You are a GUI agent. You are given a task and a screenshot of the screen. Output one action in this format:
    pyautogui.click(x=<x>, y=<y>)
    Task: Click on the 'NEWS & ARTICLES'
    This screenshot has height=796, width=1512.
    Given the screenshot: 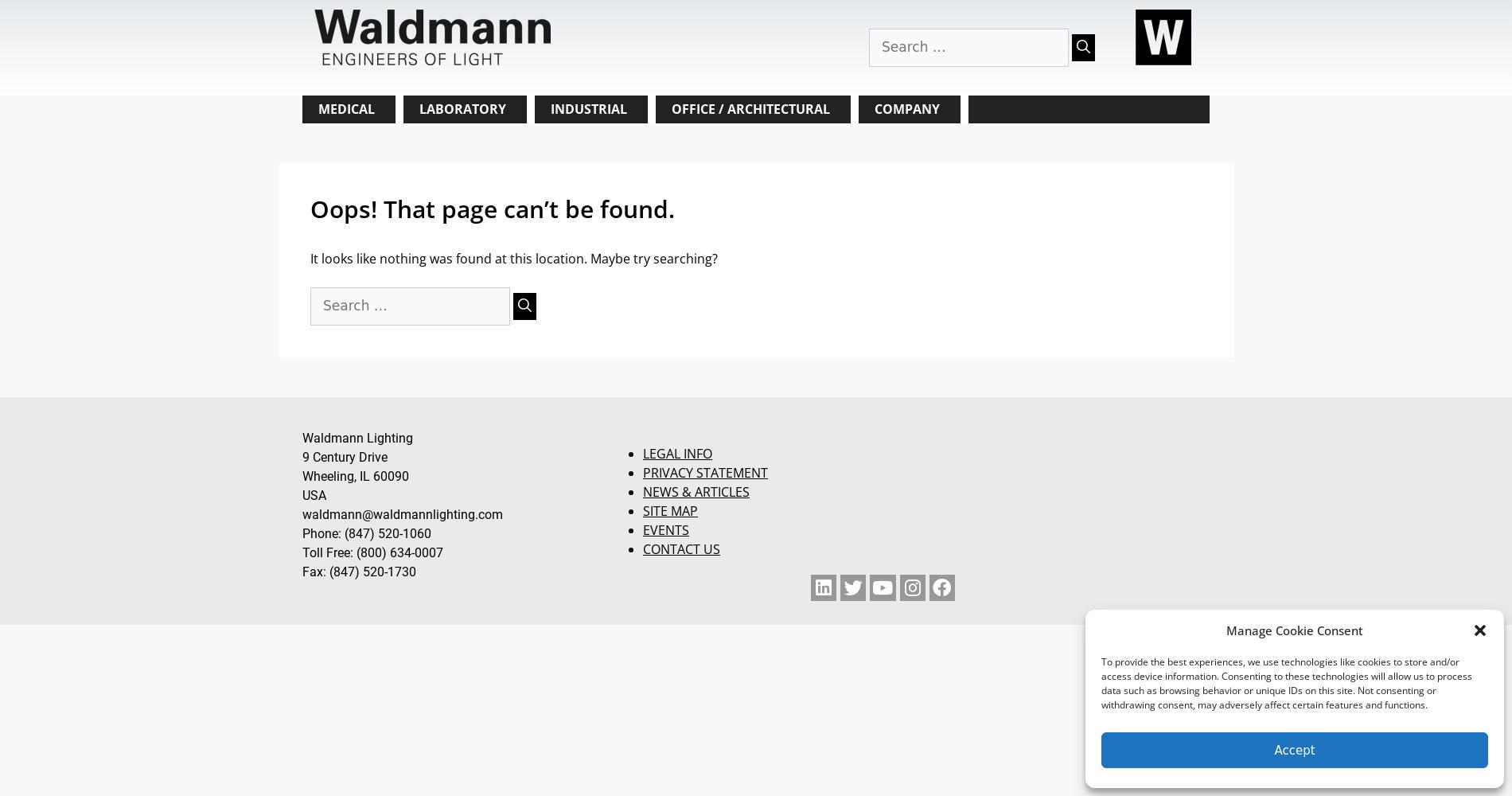 What is the action you would take?
    pyautogui.click(x=695, y=490)
    